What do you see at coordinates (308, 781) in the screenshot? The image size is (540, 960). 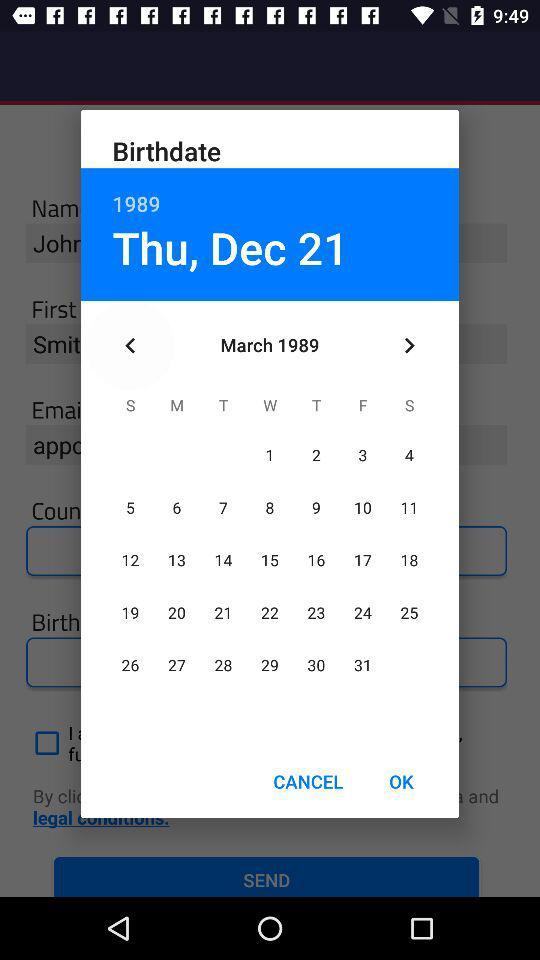 I see `the item at the bottom` at bounding box center [308, 781].